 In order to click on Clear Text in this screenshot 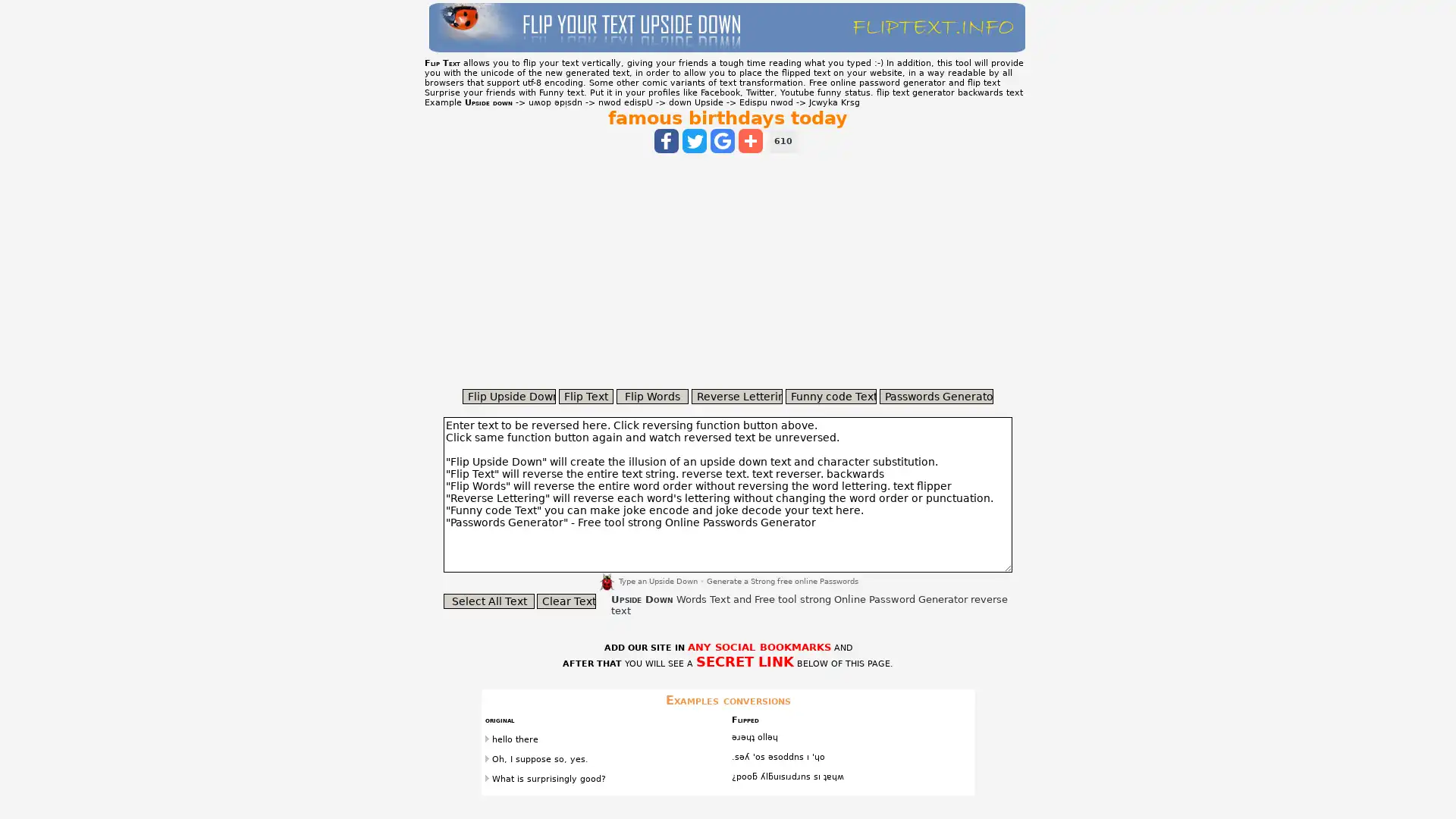, I will do `click(566, 601)`.